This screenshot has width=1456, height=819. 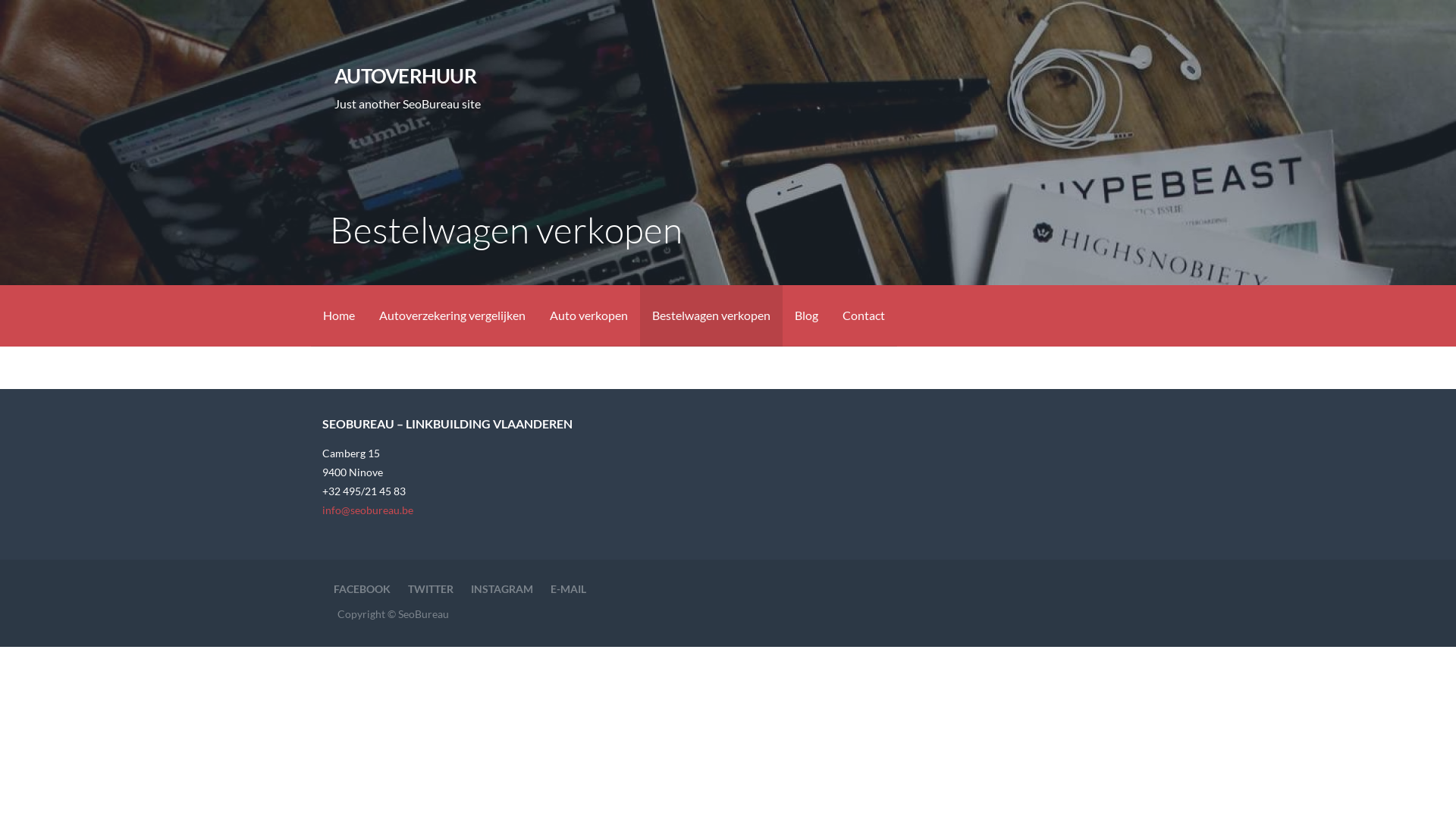 I want to click on 'Auto verkopen', so click(x=588, y=315).